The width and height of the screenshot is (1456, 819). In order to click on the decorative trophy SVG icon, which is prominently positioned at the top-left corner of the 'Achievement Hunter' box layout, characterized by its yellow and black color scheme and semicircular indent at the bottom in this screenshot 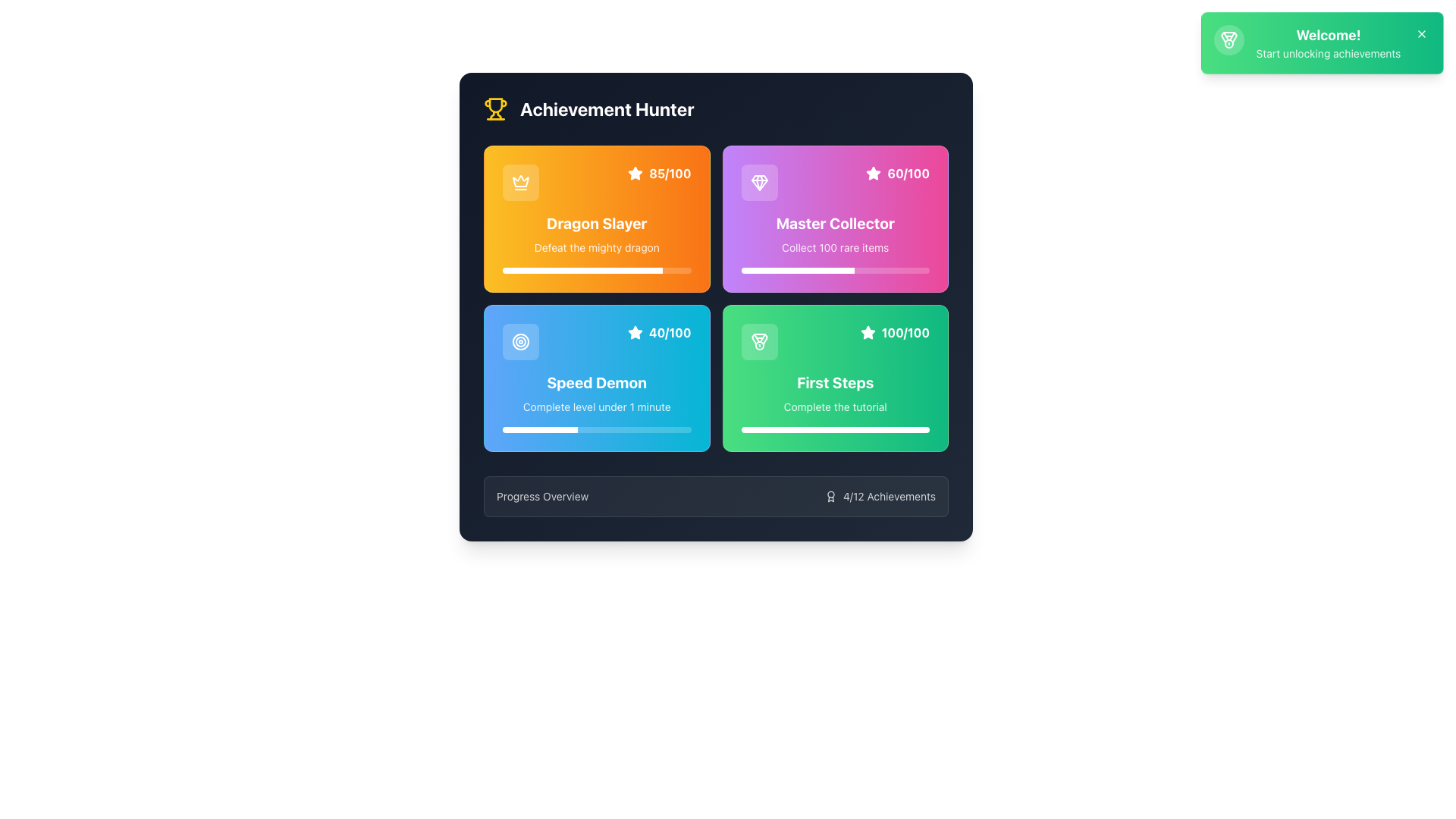, I will do `click(495, 104)`.